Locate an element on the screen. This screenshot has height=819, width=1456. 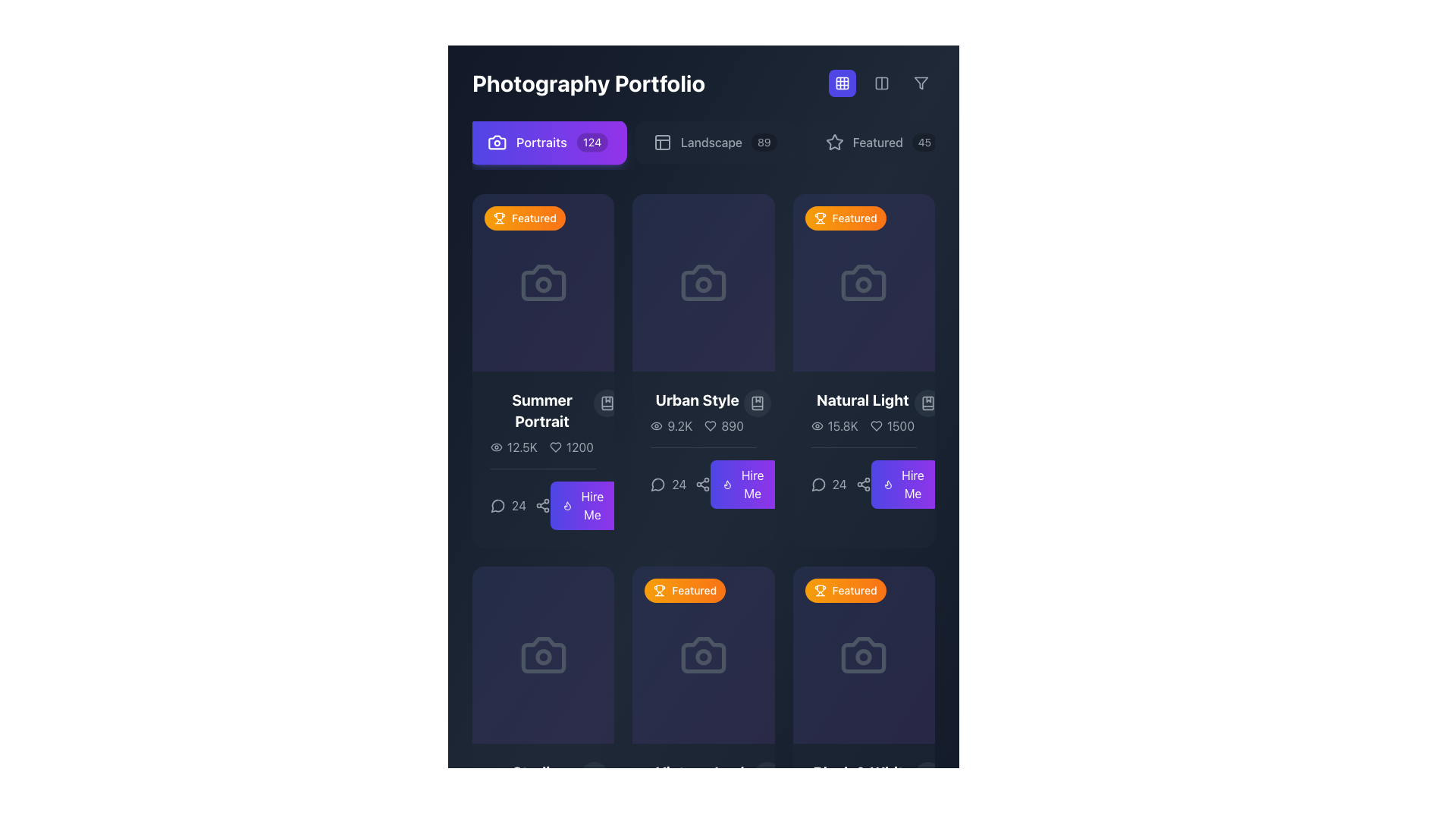
the 'Featured' label, which is an orange ribbon-like badge located in the lower row of the gallery, specifically in the rightmost cell of the row is located at coordinates (855, 590).